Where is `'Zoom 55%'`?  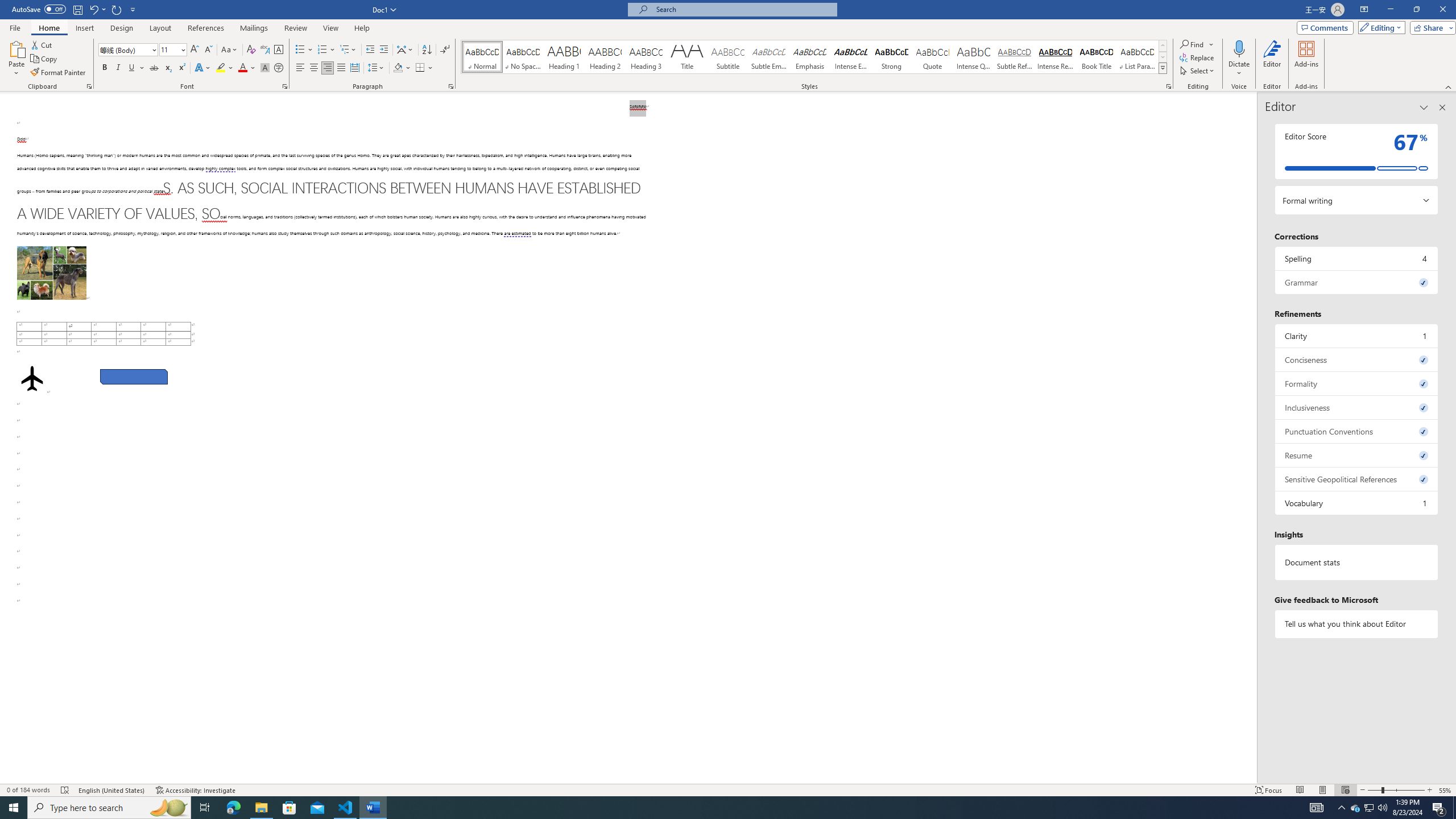 'Zoom 55%' is located at coordinates (1445, 790).